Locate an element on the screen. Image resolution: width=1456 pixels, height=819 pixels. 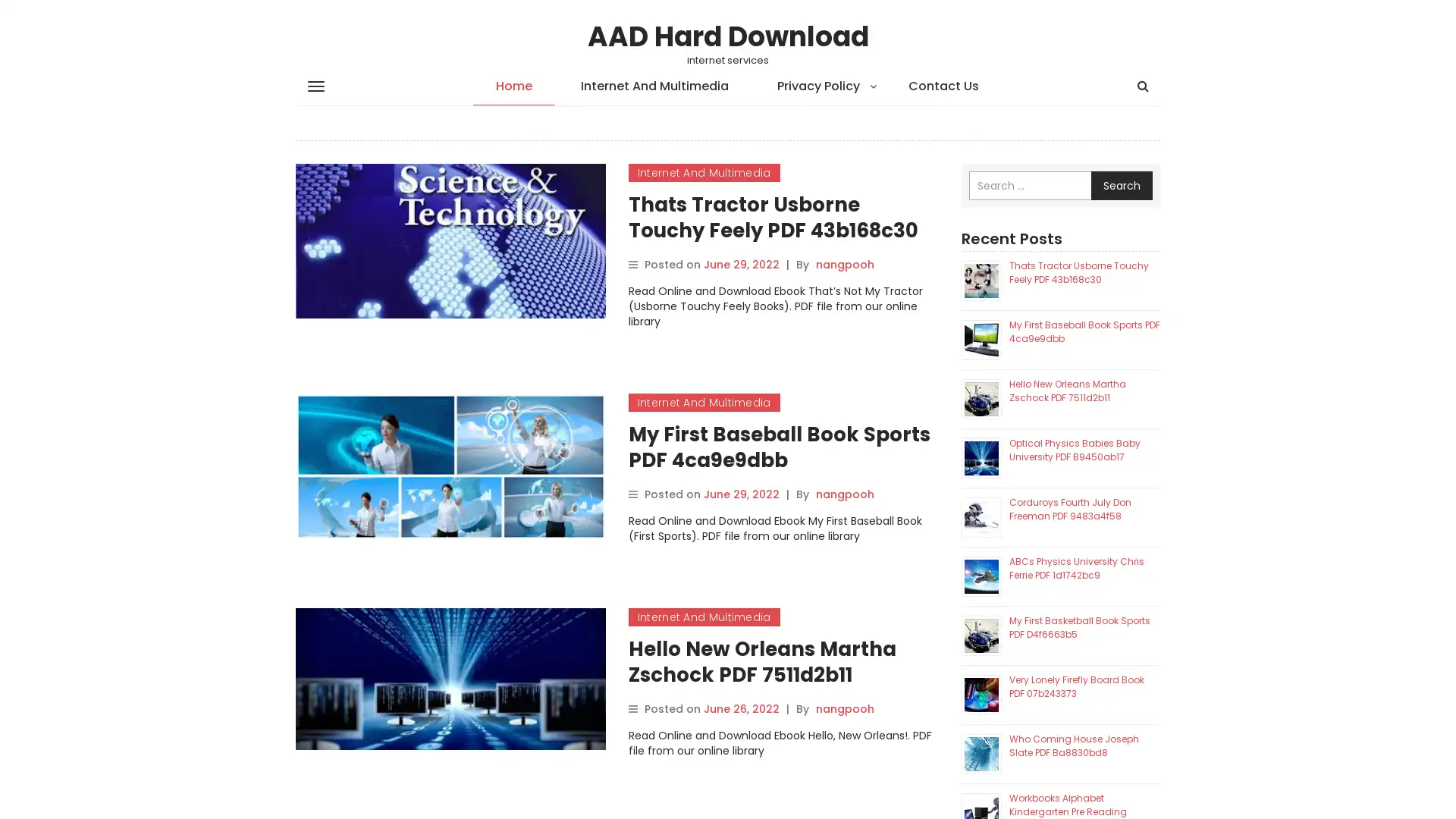
Search is located at coordinates (1122, 185).